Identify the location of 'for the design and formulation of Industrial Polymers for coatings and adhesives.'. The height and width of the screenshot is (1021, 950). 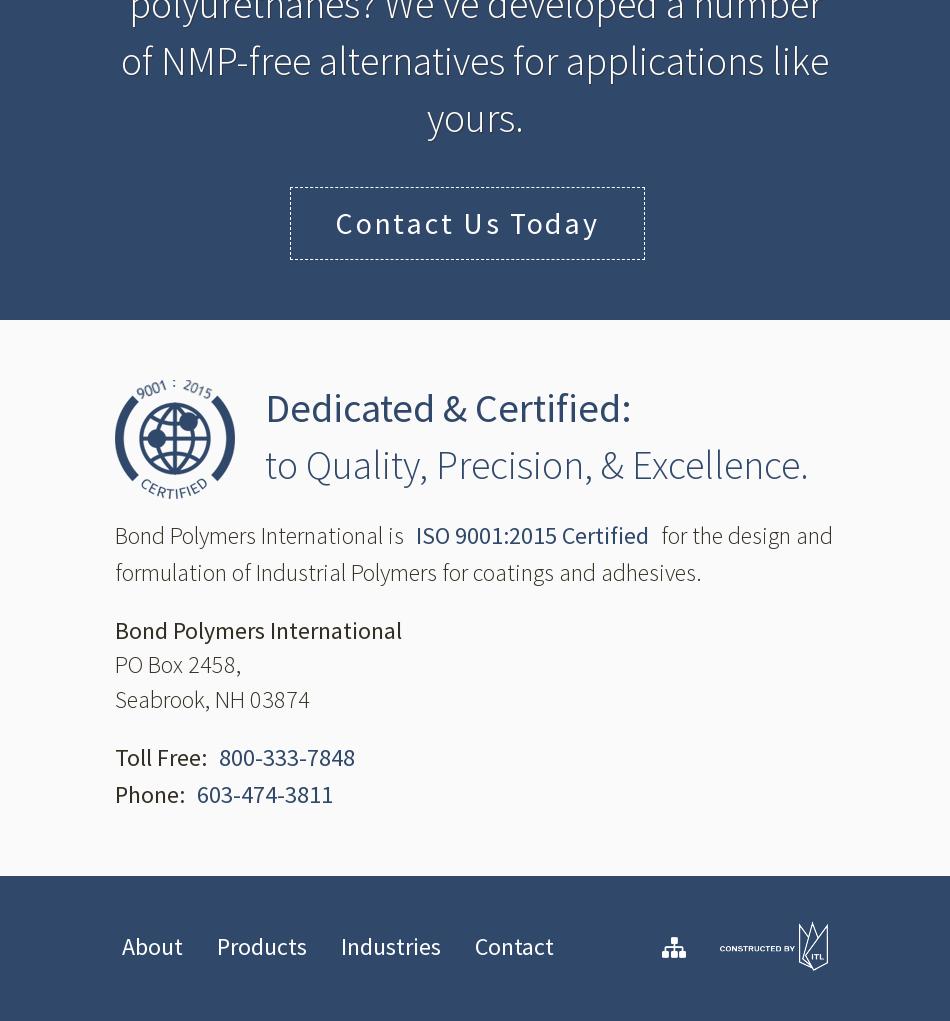
(472, 551).